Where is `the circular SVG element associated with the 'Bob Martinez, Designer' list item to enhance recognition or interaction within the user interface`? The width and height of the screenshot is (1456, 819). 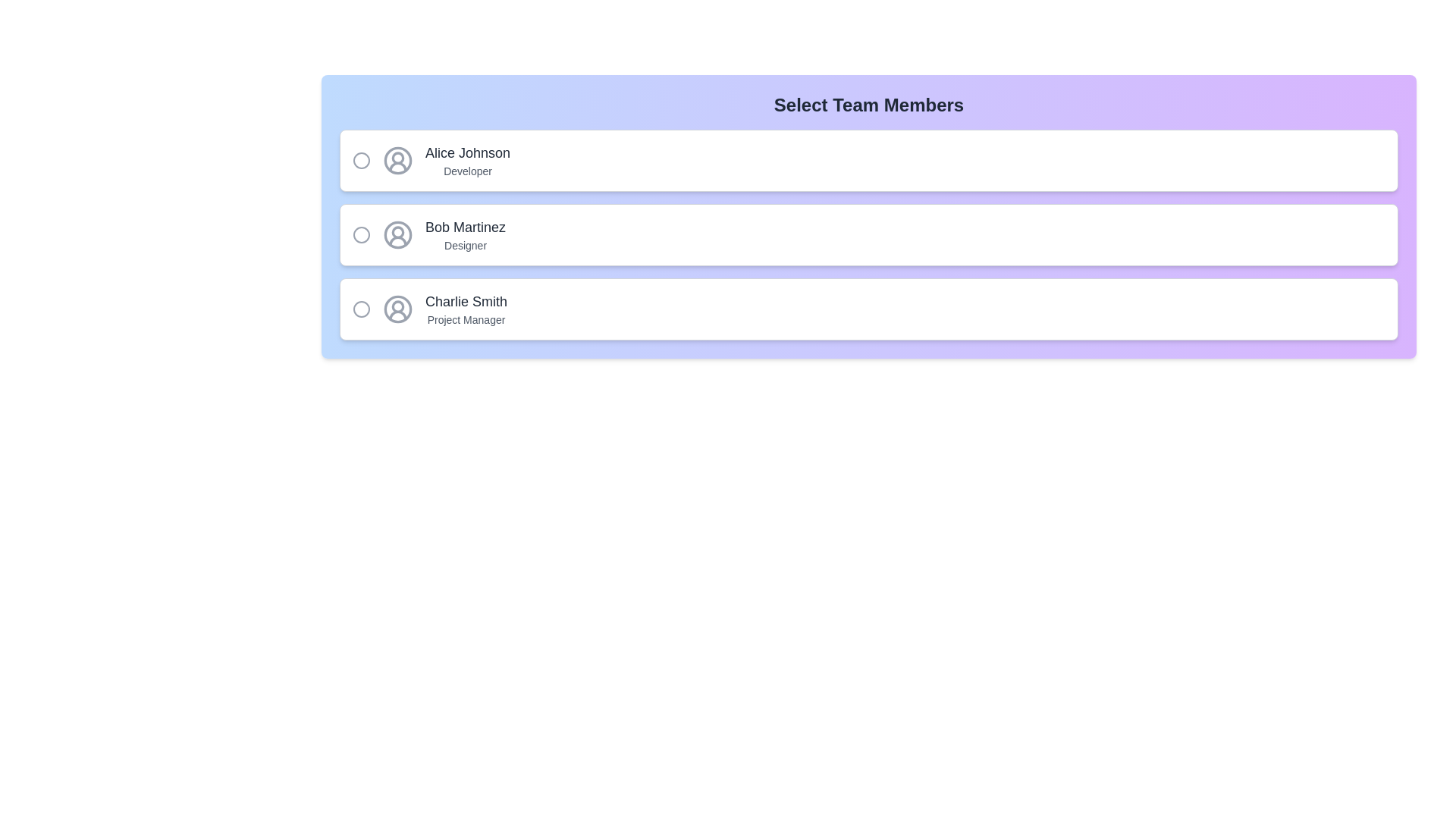
the circular SVG element associated with the 'Bob Martinez, Designer' list item to enhance recognition or interaction within the user interface is located at coordinates (360, 234).